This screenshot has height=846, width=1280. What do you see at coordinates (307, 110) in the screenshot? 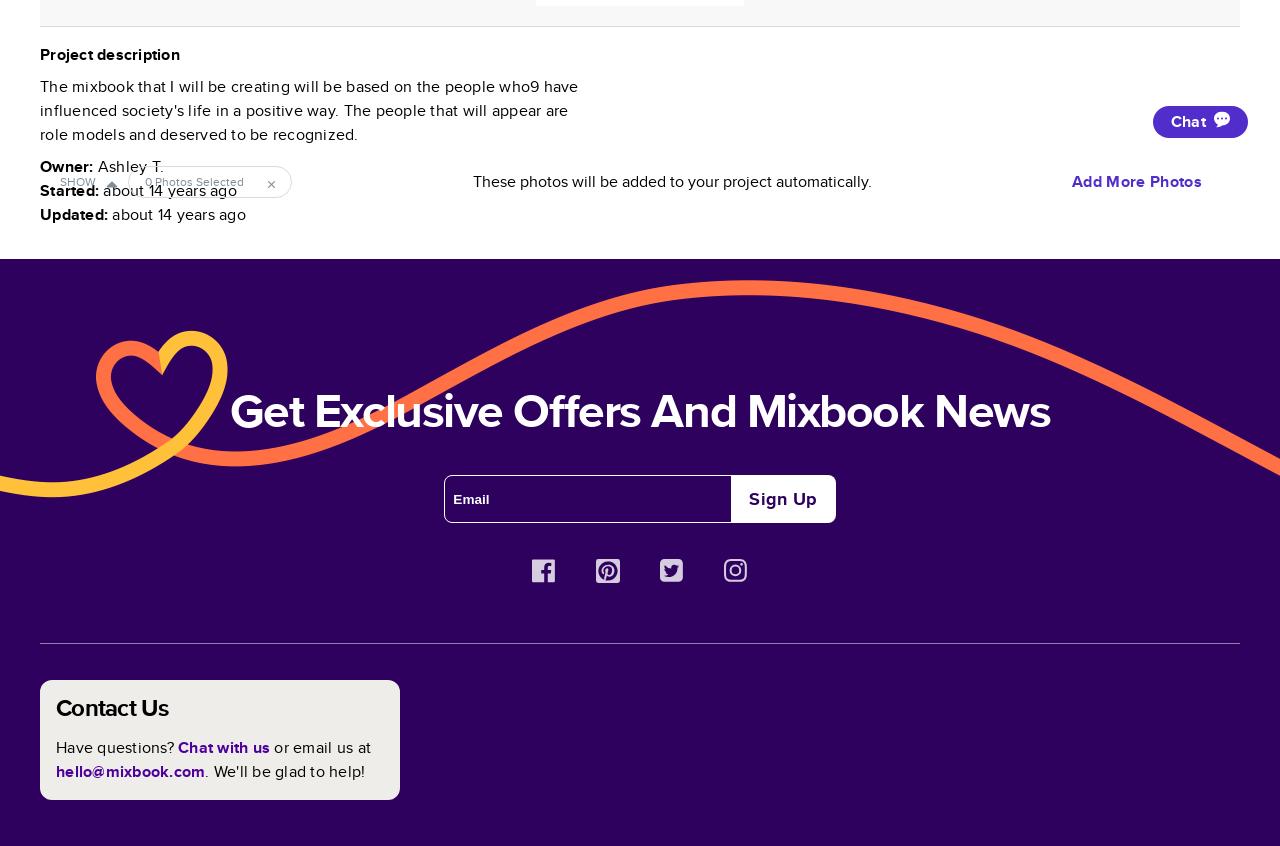
I see `'The mixbook that I will be creating will be based on the people who9 have influenced society's life in a positive way. The people that will appear are role models and deserved to be recognized.'` at bounding box center [307, 110].